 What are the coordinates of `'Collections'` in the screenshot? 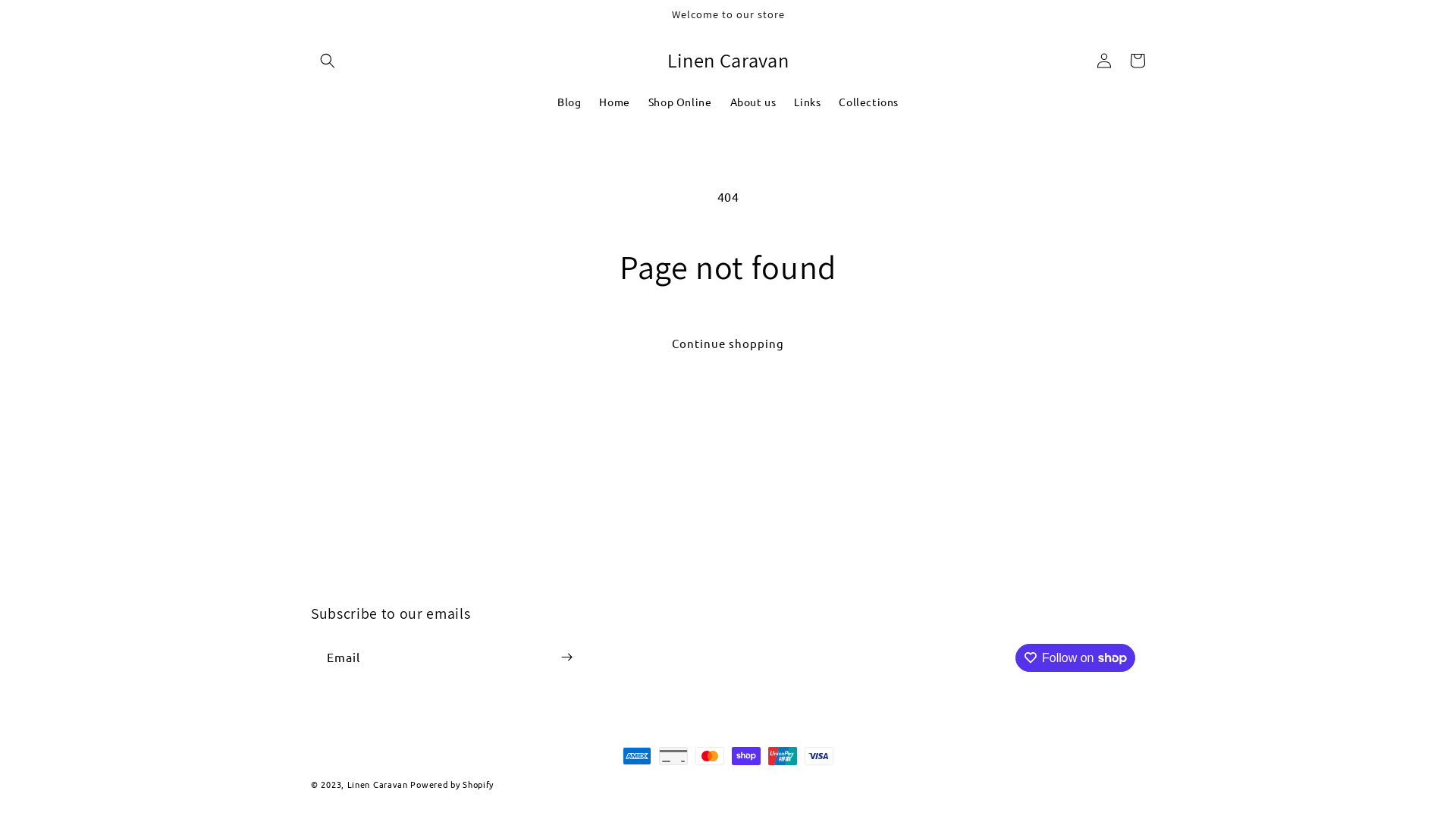 It's located at (829, 102).